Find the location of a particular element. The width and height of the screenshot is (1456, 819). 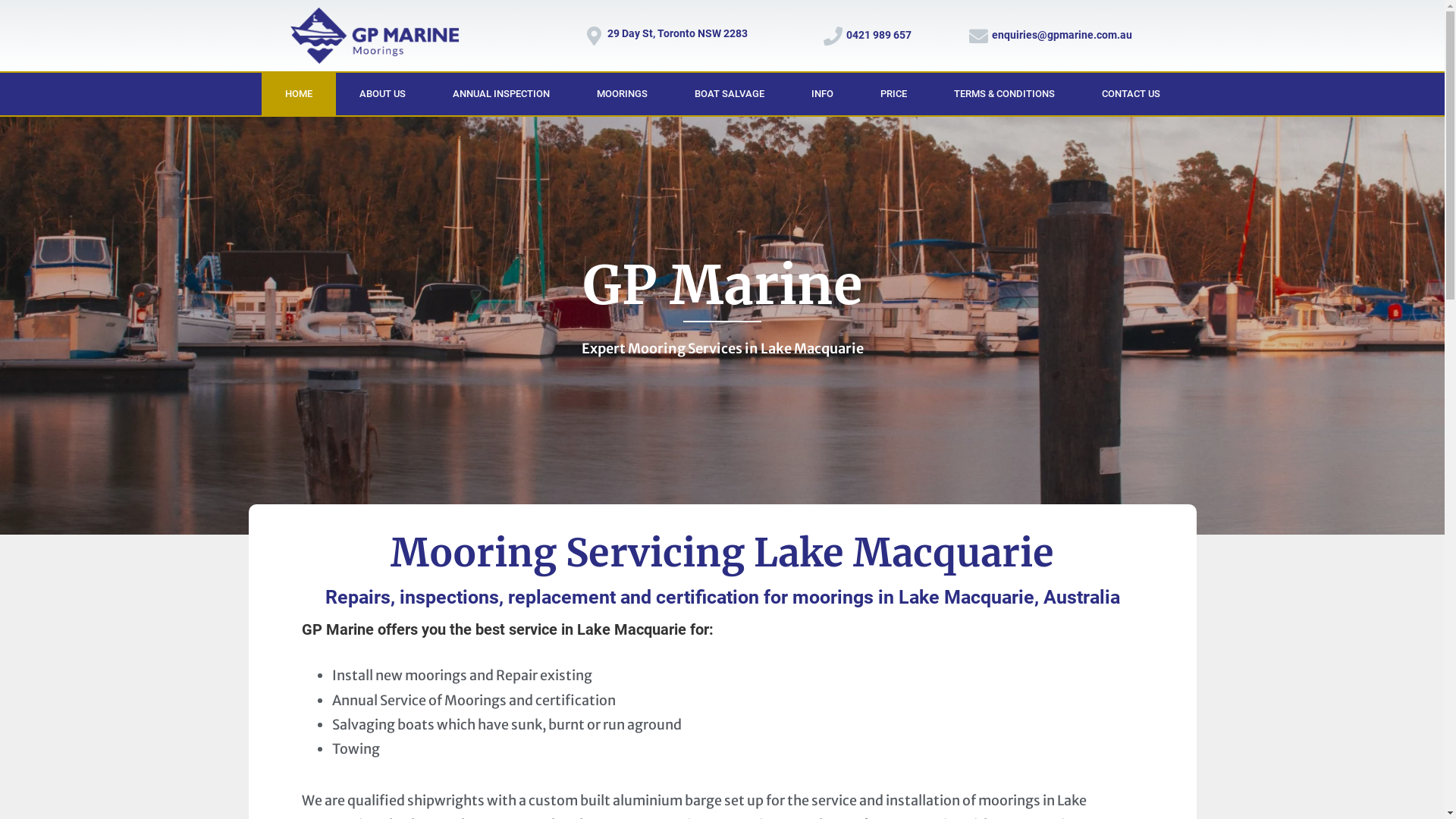

'MOORINGS' is located at coordinates (622, 93).